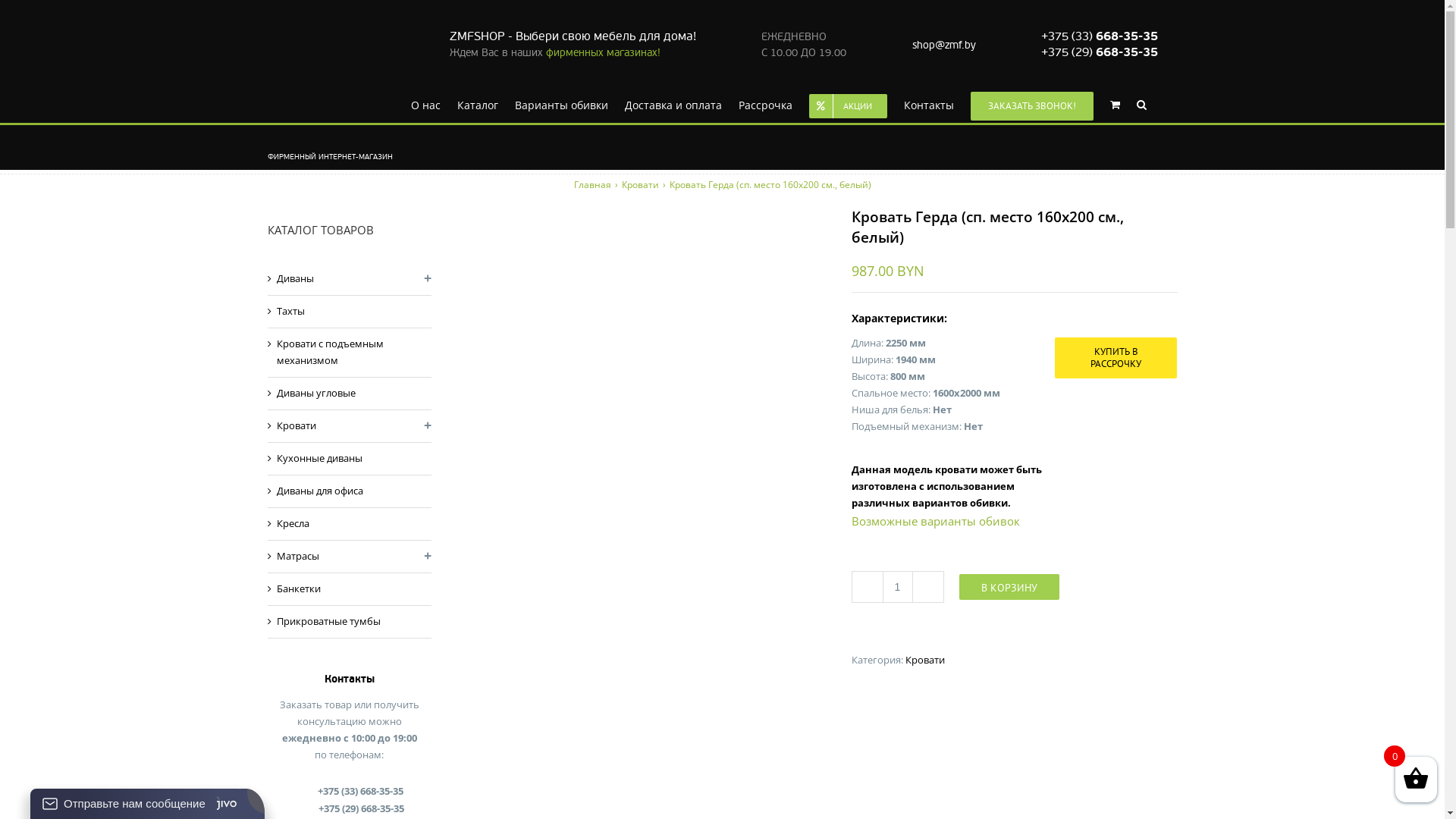 The height and width of the screenshot is (819, 1456). Describe the element at coordinates (943, 43) in the screenshot. I see `'shop@zmf.by'` at that location.